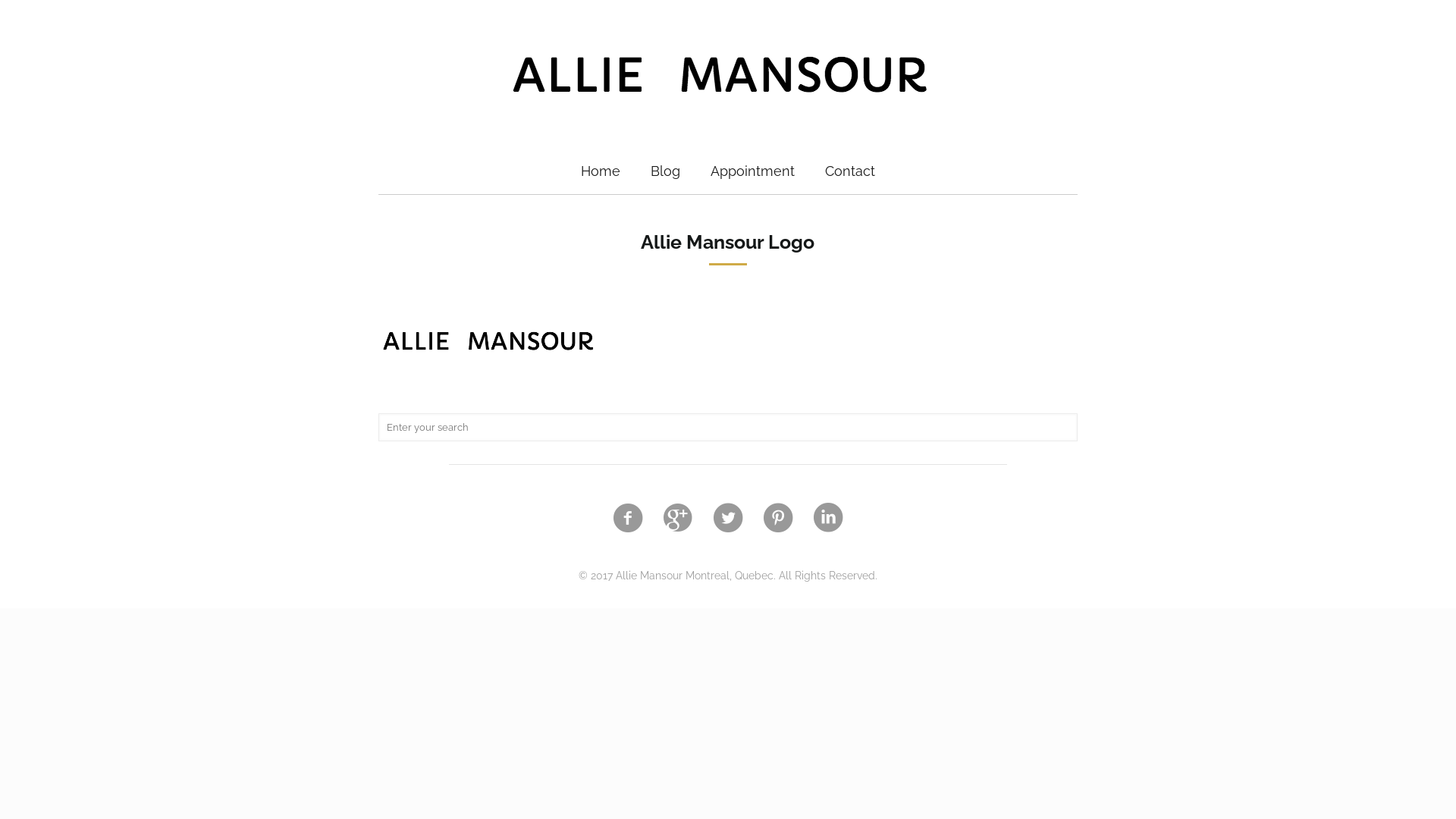 This screenshot has width=1456, height=819. Describe the element at coordinates (600, 171) in the screenshot. I see `'Home'` at that location.